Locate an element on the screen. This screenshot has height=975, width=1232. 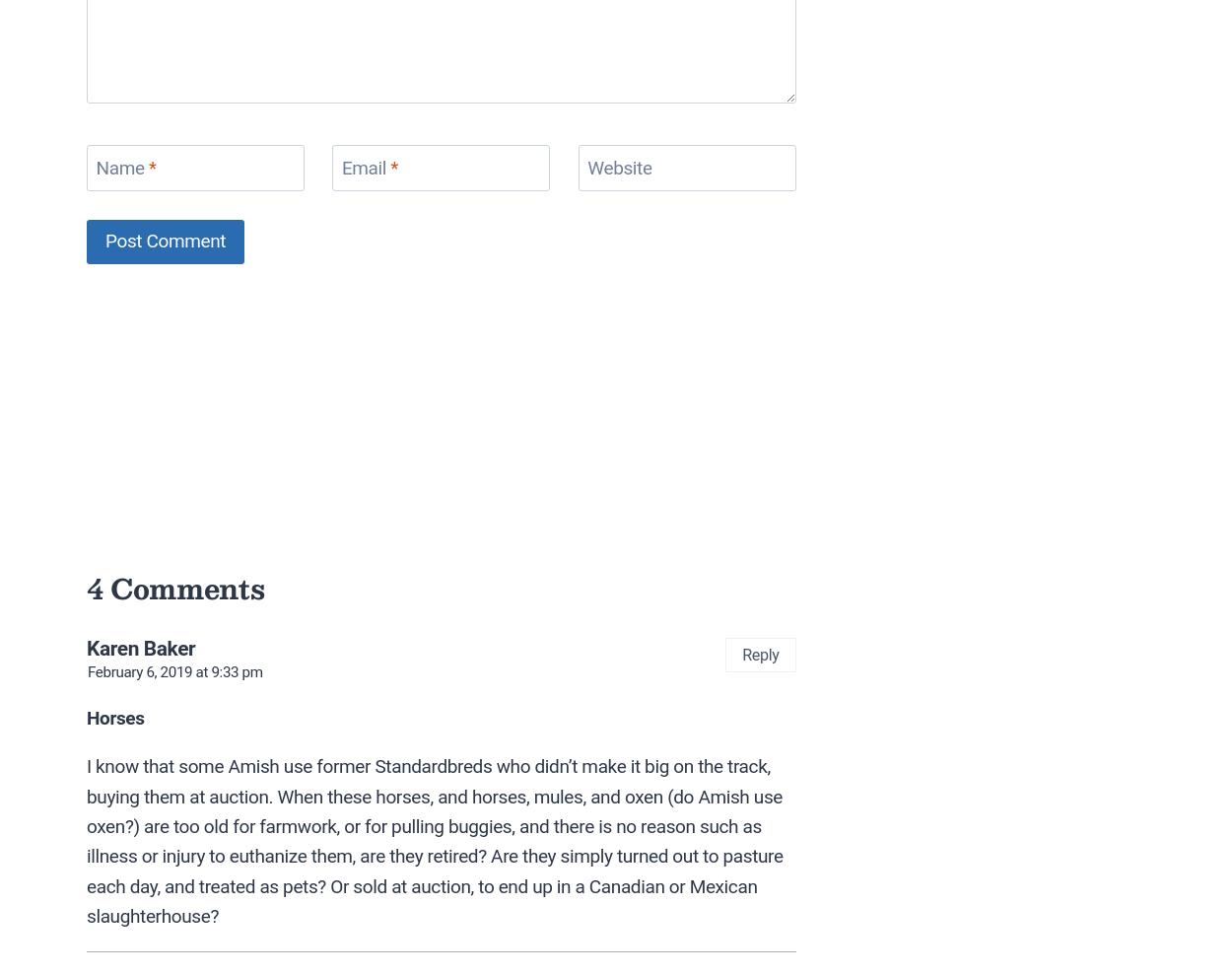
'I know that some Amish use former Standardbreds who didn’t make it big on the track, buying them at auction.  When these horses, and horses, mules, and oxen (do Amish use oxen?) are too old for farmwork, or for pulling buggies, and there is no reason such as illness or injury to euthanize them, are they retired?  Are they simply turned out to pasture each day, and treated as pets?  Or sold at auction, to end up in a Canadian or Mexican slaughterhouse?' is located at coordinates (434, 841).